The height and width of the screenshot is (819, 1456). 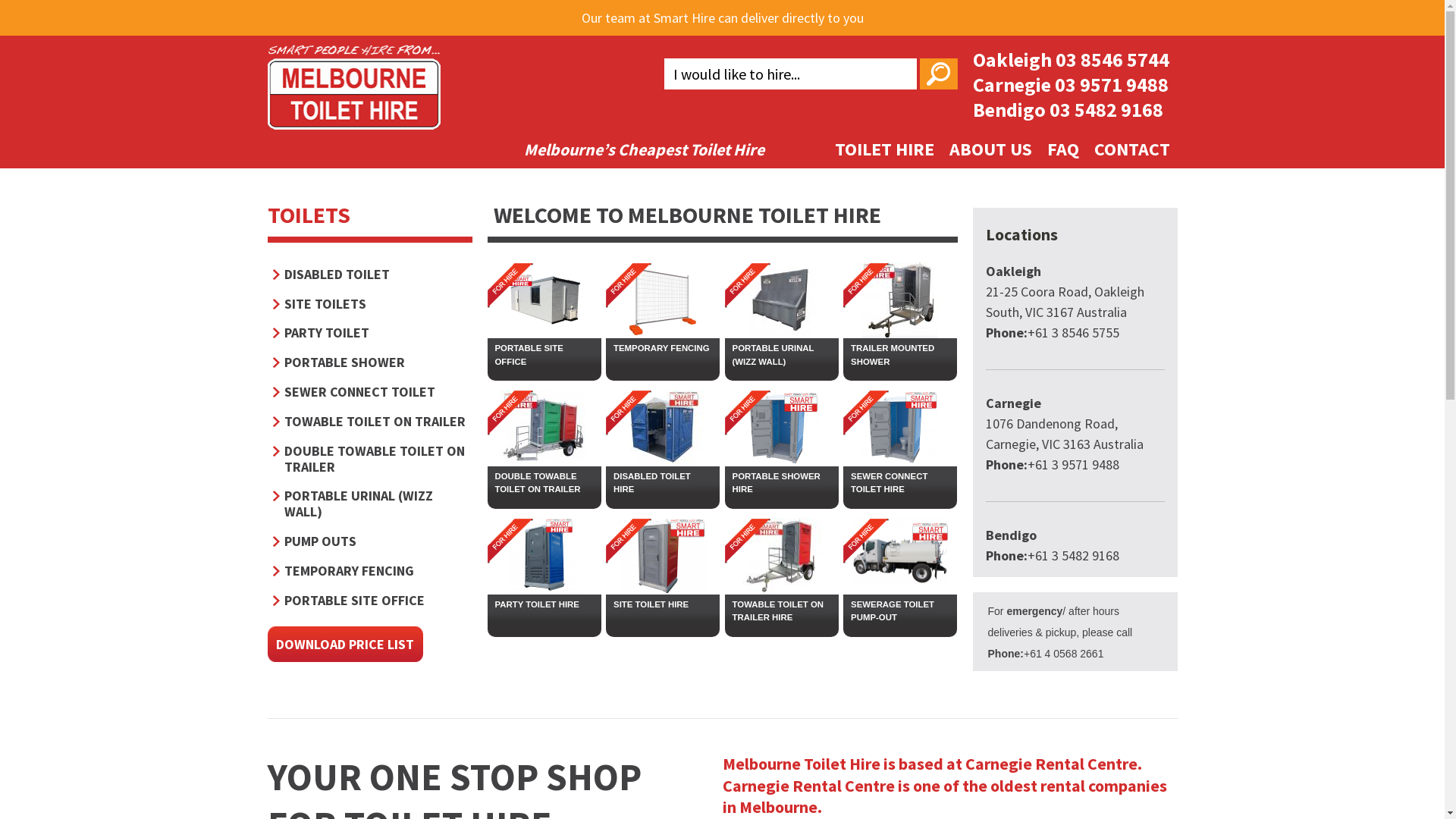 I want to click on 'Skip to main content', so click(x=651, y=2).